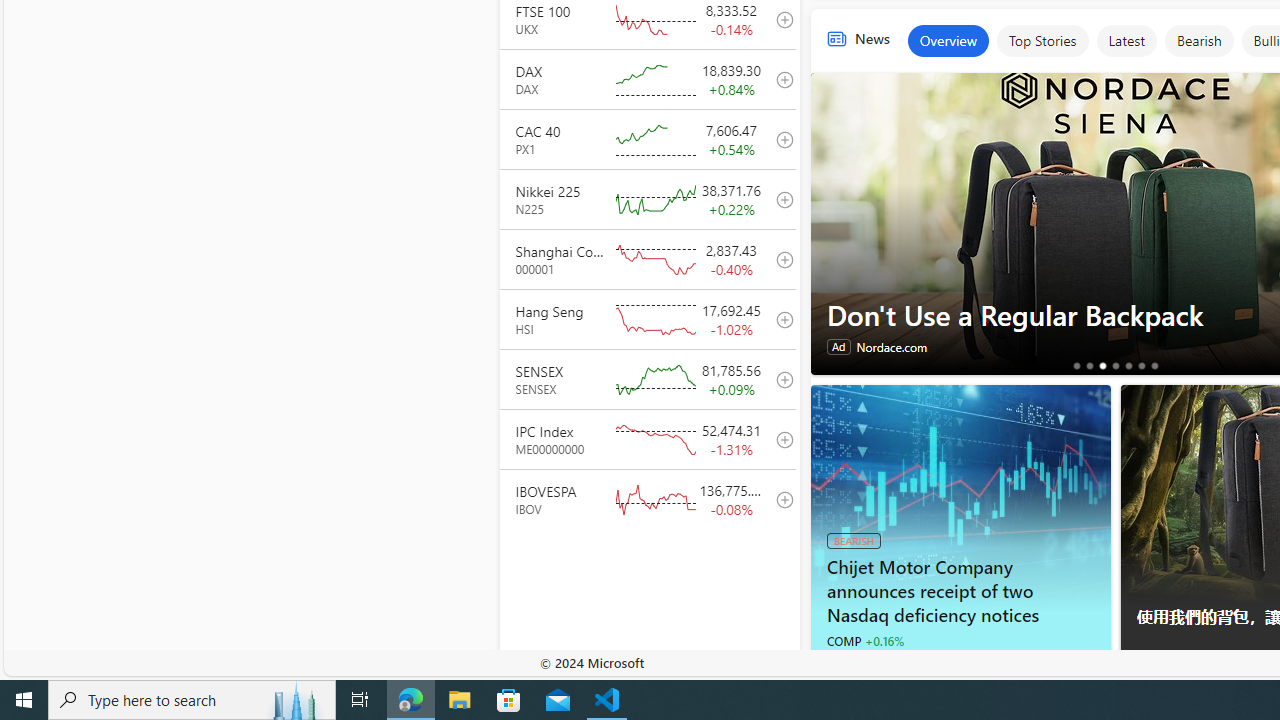 The image size is (1280, 720). What do you see at coordinates (1126, 41) in the screenshot?
I see `'Latest'` at bounding box center [1126, 41].